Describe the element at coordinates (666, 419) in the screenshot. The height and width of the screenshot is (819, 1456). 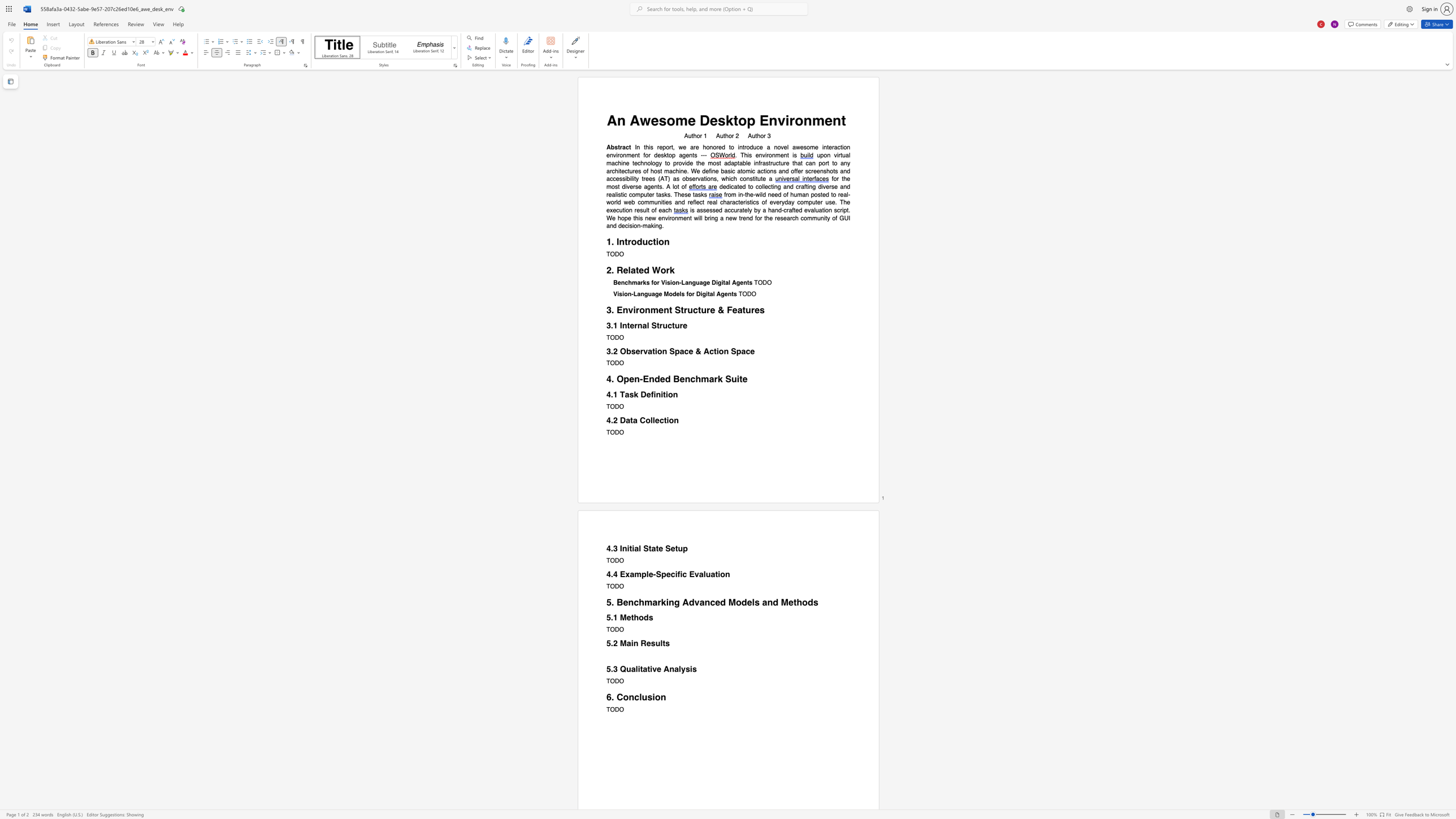
I see `the subset text "io" within the text "Data Collection"` at that location.